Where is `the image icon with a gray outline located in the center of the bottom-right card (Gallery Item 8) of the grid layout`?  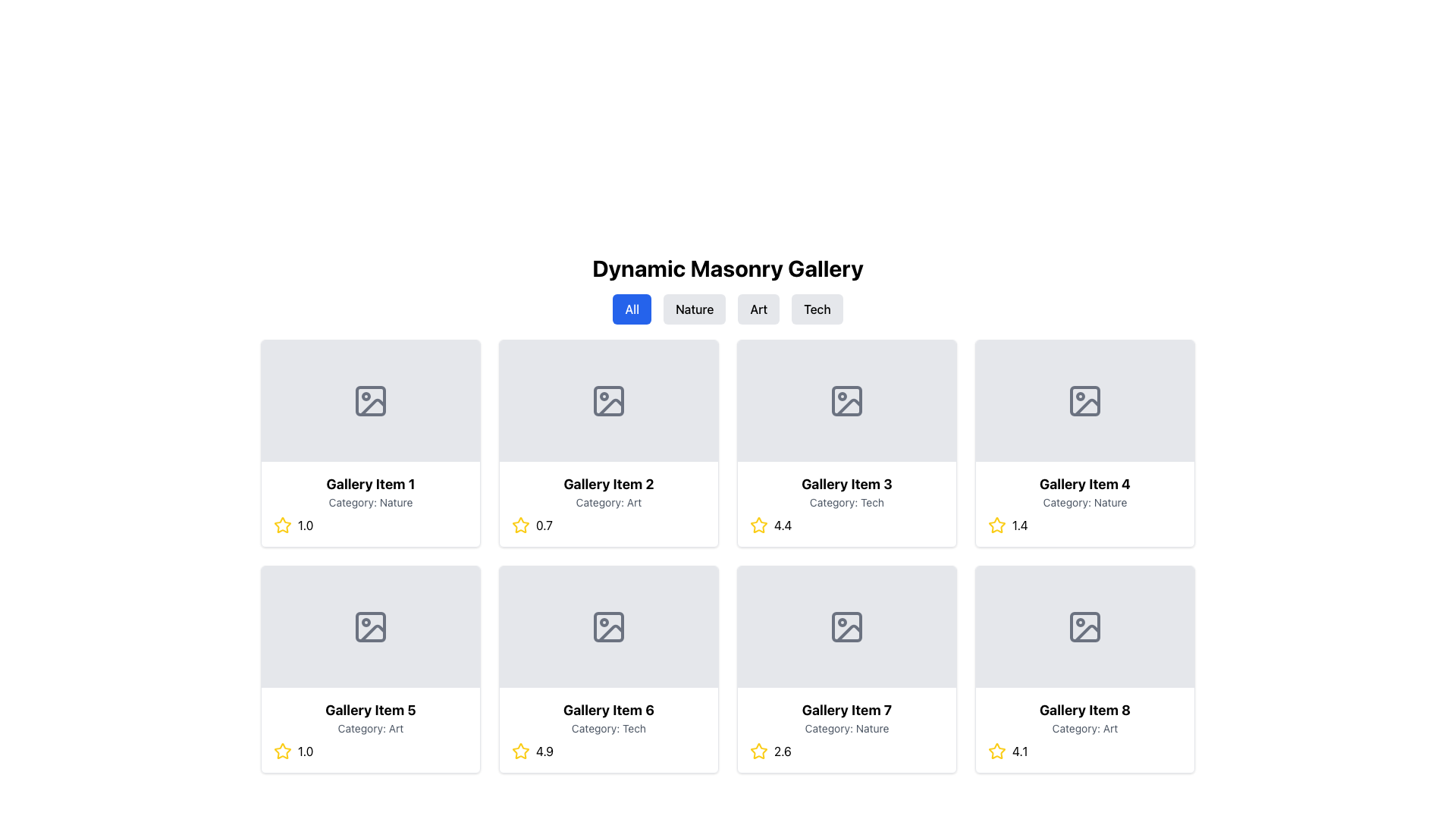 the image icon with a gray outline located in the center of the bottom-right card (Gallery Item 8) of the grid layout is located at coordinates (1084, 626).